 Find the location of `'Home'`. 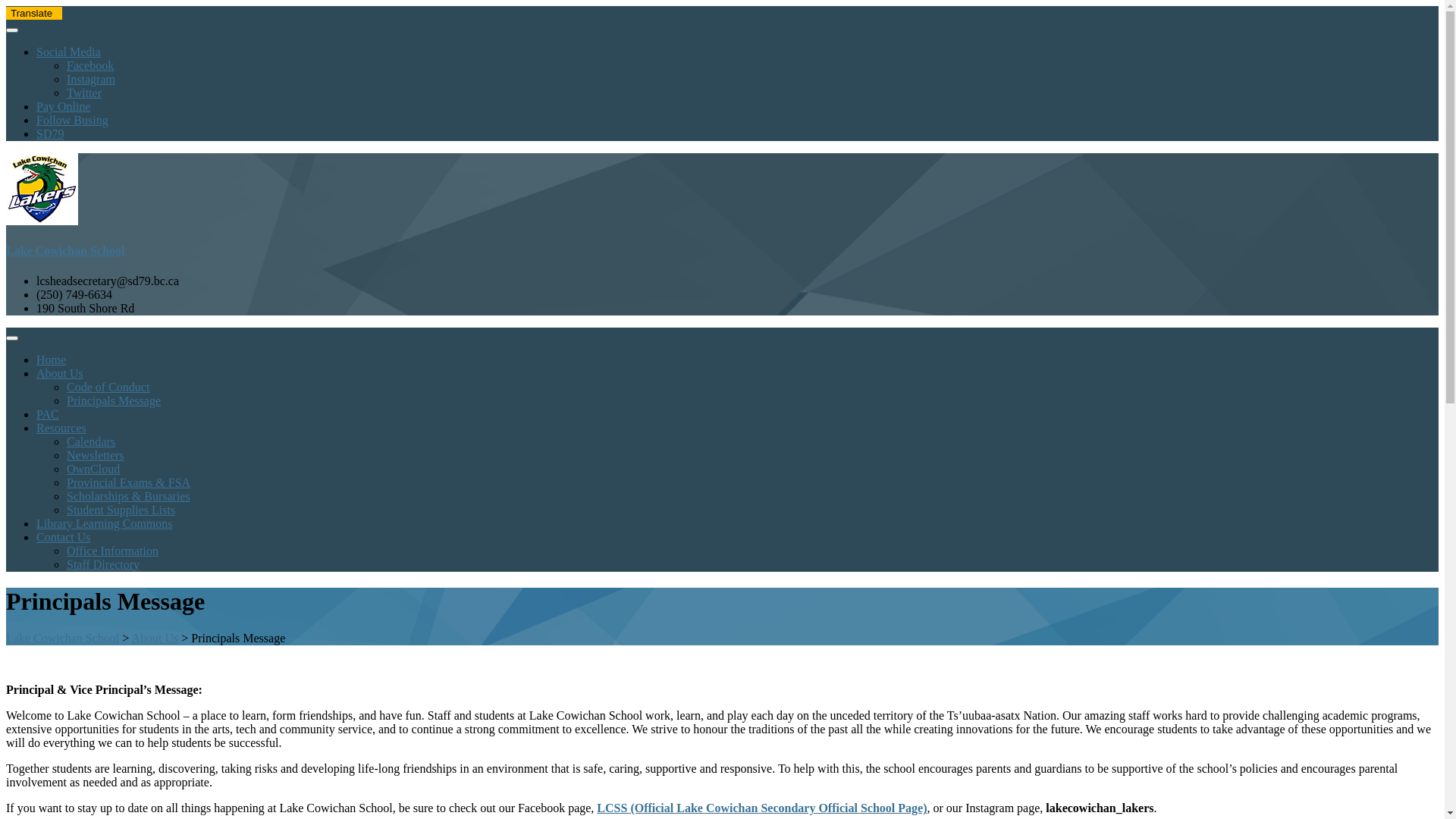

'Home' is located at coordinates (51, 359).